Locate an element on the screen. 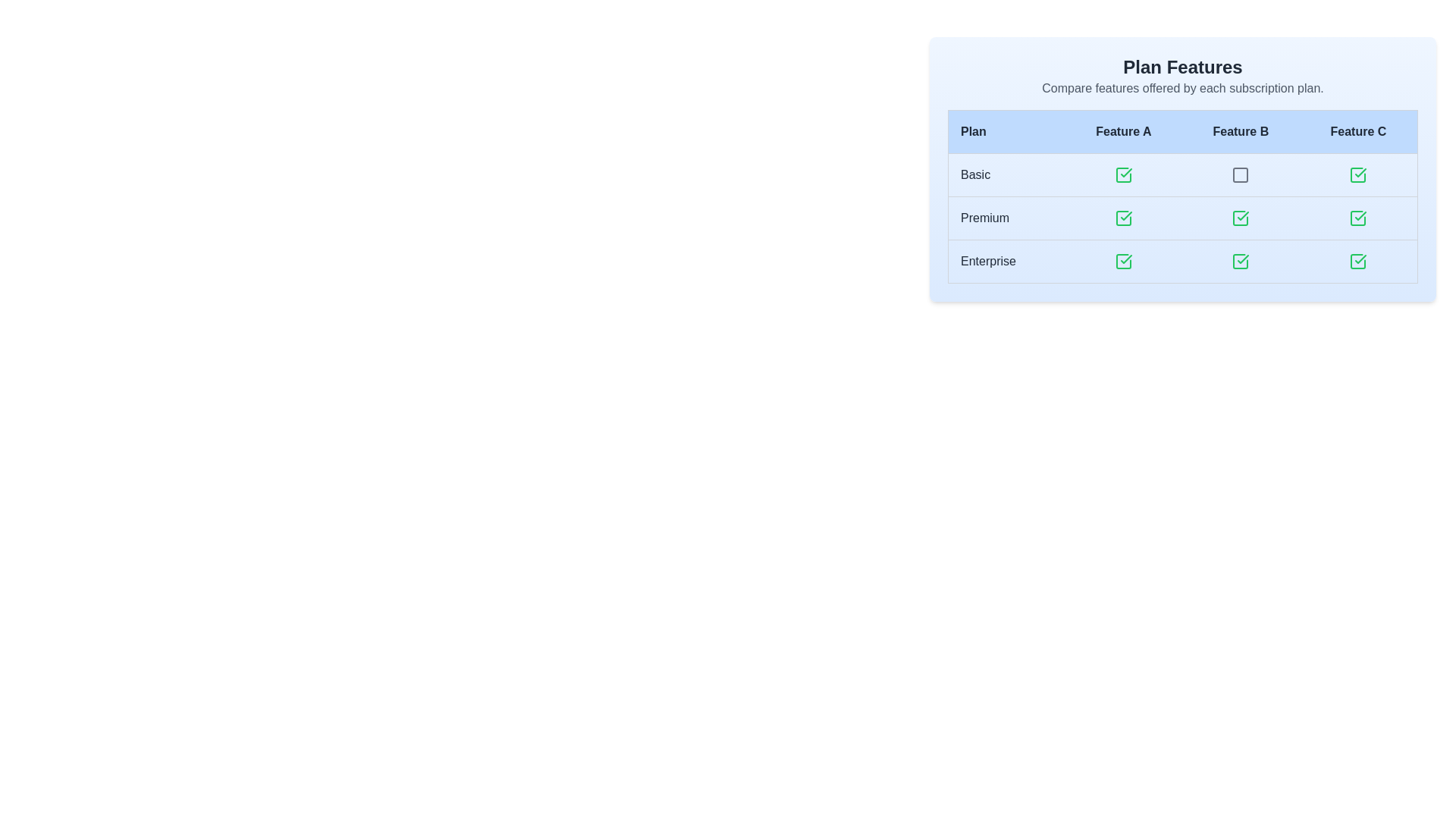 The width and height of the screenshot is (1456, 819). the green checkmark icon in the bottom row and rightmost column of the grid representing the 'Enterprise' plan under 'Feature C' is located at coordinates (1358, 260).